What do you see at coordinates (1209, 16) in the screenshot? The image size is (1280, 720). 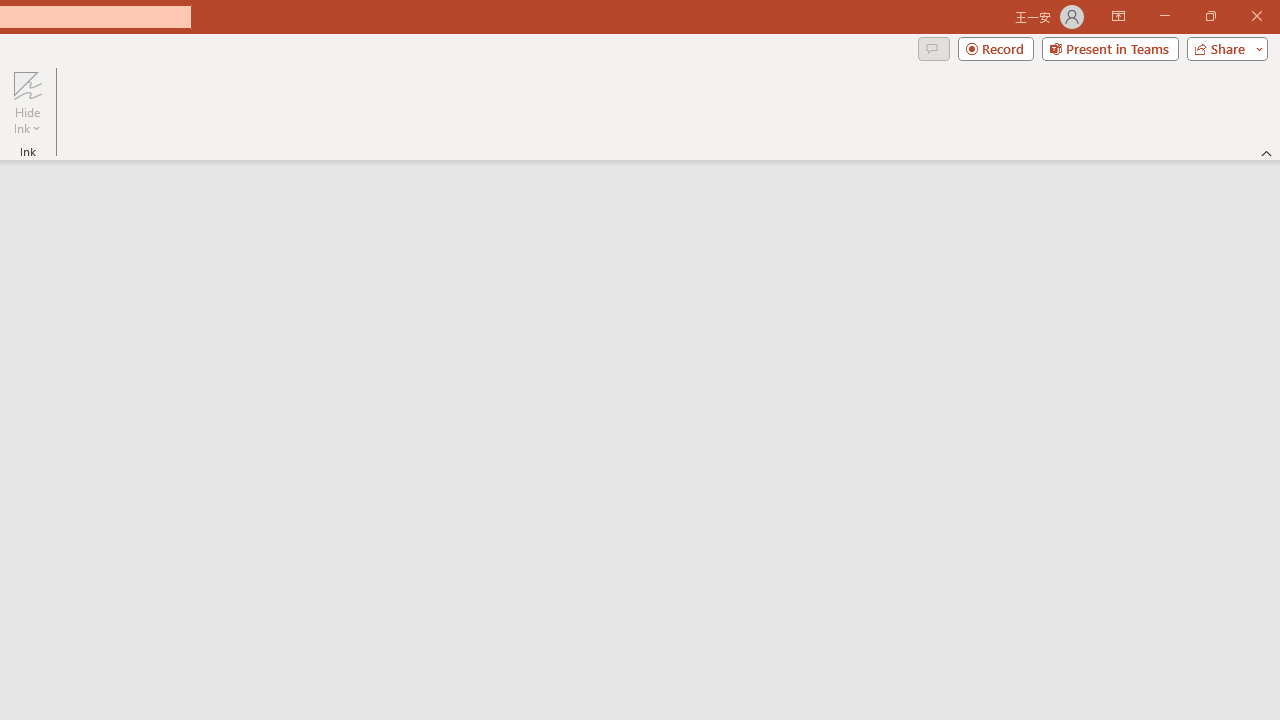 I see `'Restore Down'` at bounding box center [1209, 16].